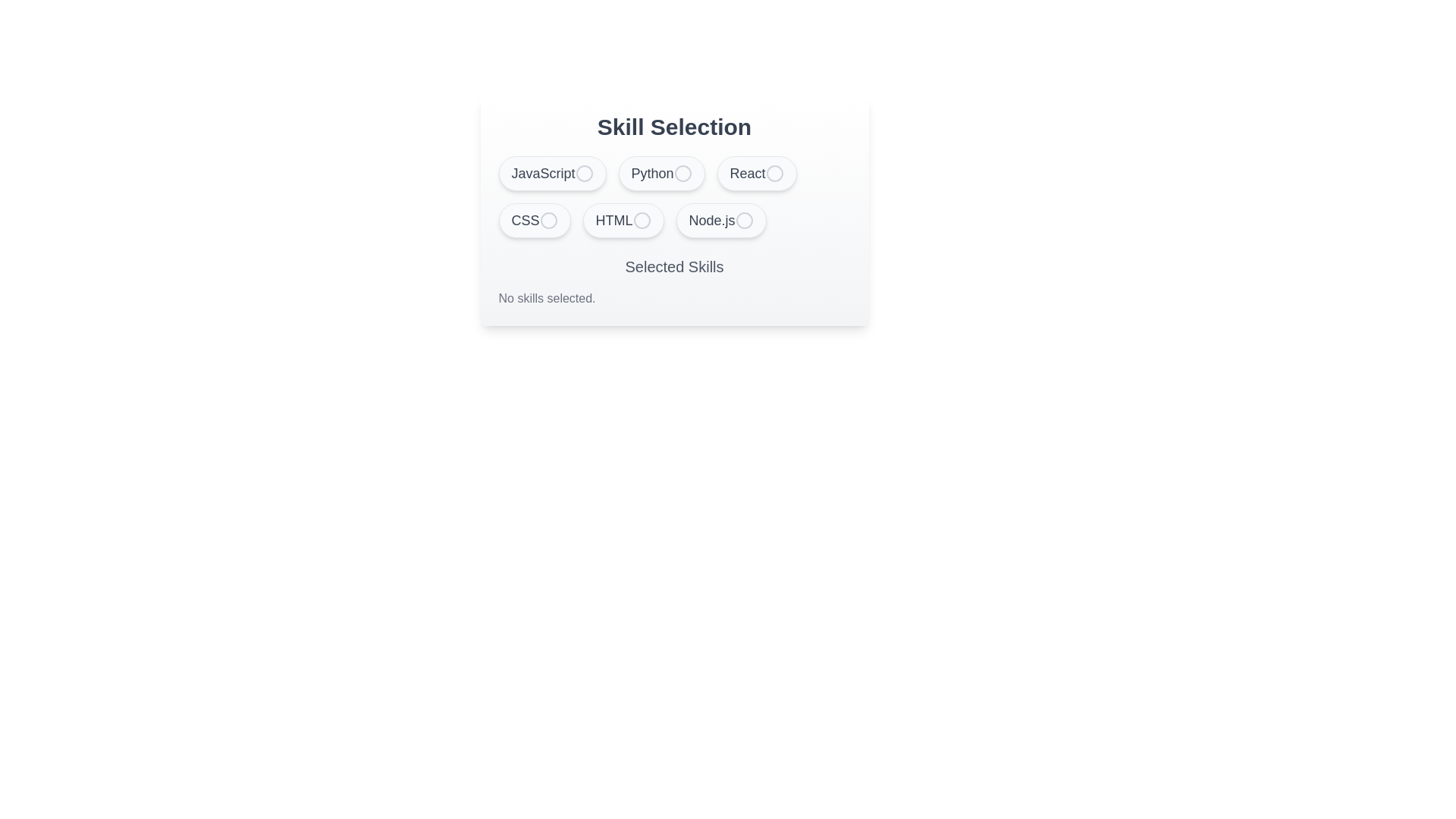 The height and width of the screenshot is (819, 1456). I want to click on the radio button for the 'React' skill selection indicator, so click(774, 172).